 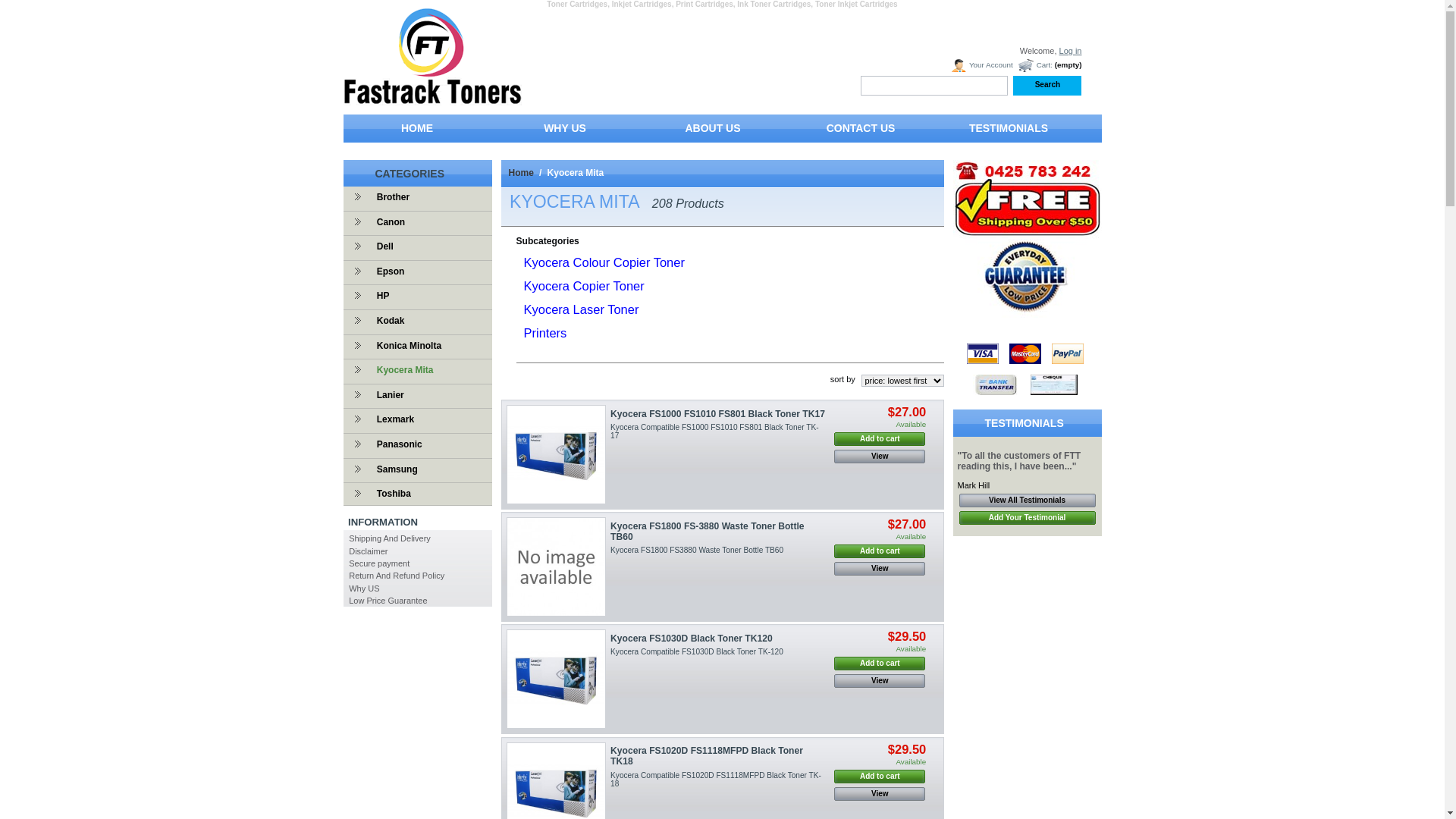 I want to click on 'Cart:', so click(x=1034, y=64).